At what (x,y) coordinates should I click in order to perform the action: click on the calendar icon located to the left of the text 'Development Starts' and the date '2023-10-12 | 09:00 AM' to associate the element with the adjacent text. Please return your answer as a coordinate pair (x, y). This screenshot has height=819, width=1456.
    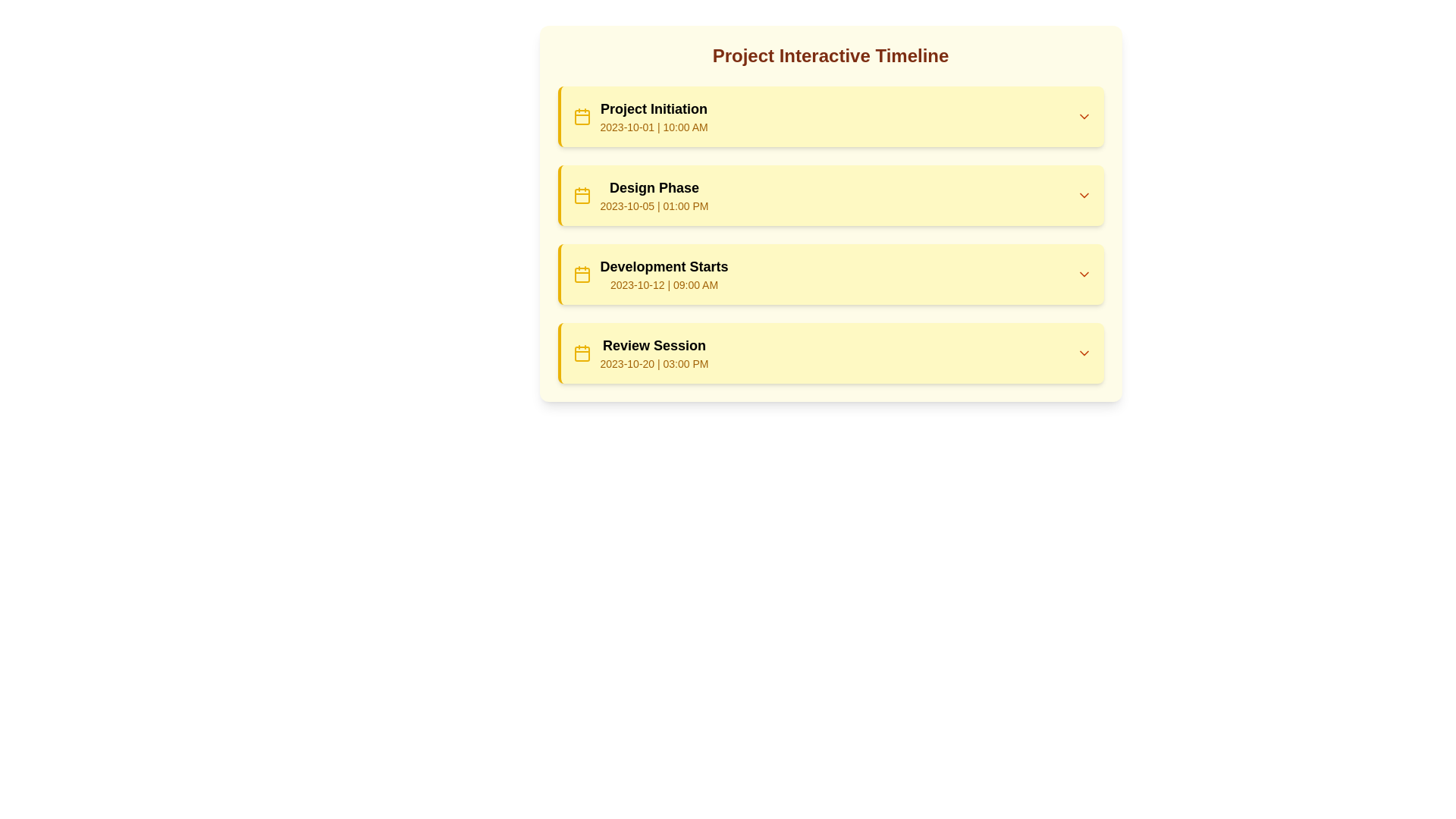
    Looking at the image, I should click on (581, 275).